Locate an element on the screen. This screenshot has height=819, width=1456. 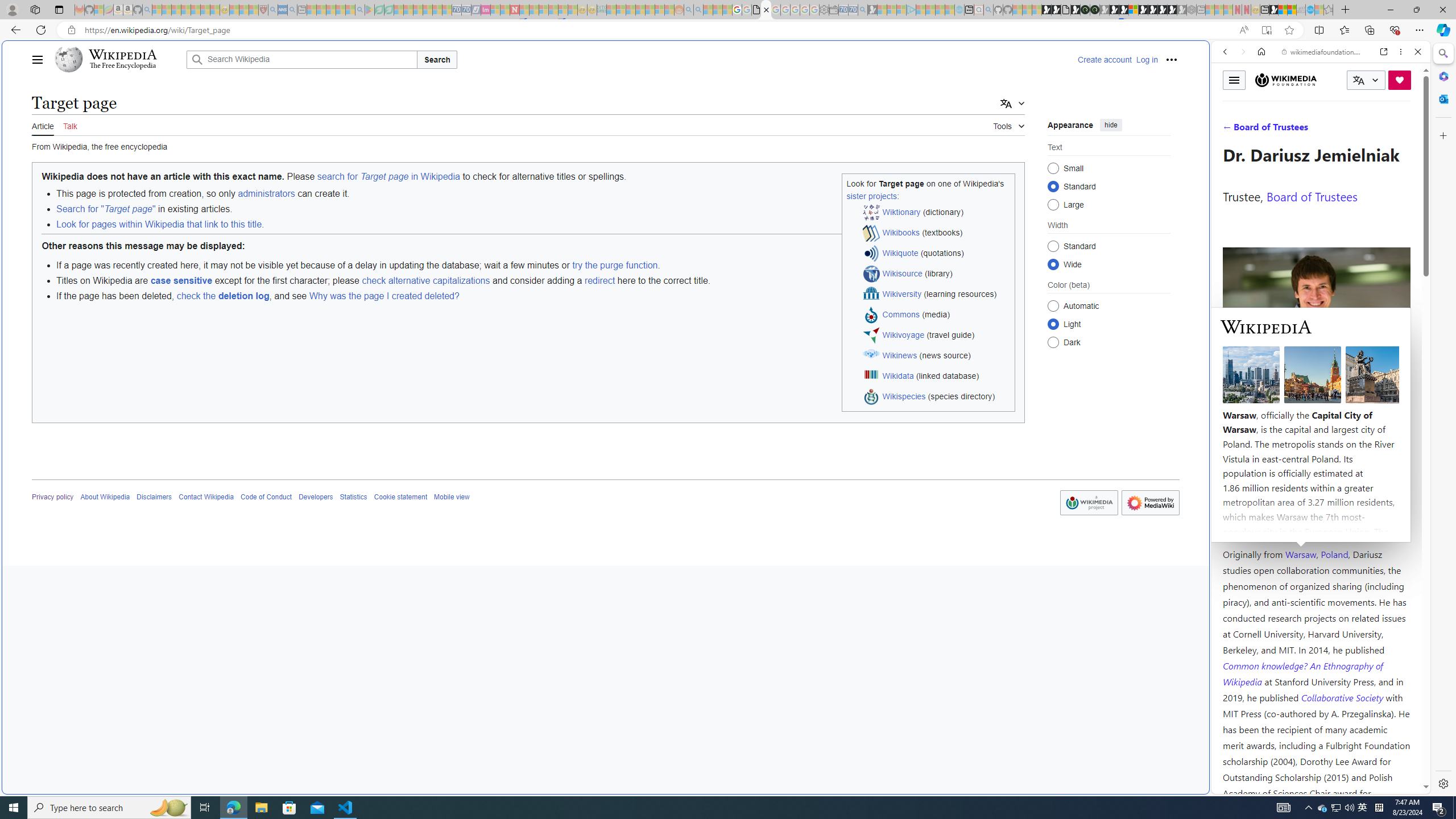
'Wide' is located at coordinates (1053, 263).